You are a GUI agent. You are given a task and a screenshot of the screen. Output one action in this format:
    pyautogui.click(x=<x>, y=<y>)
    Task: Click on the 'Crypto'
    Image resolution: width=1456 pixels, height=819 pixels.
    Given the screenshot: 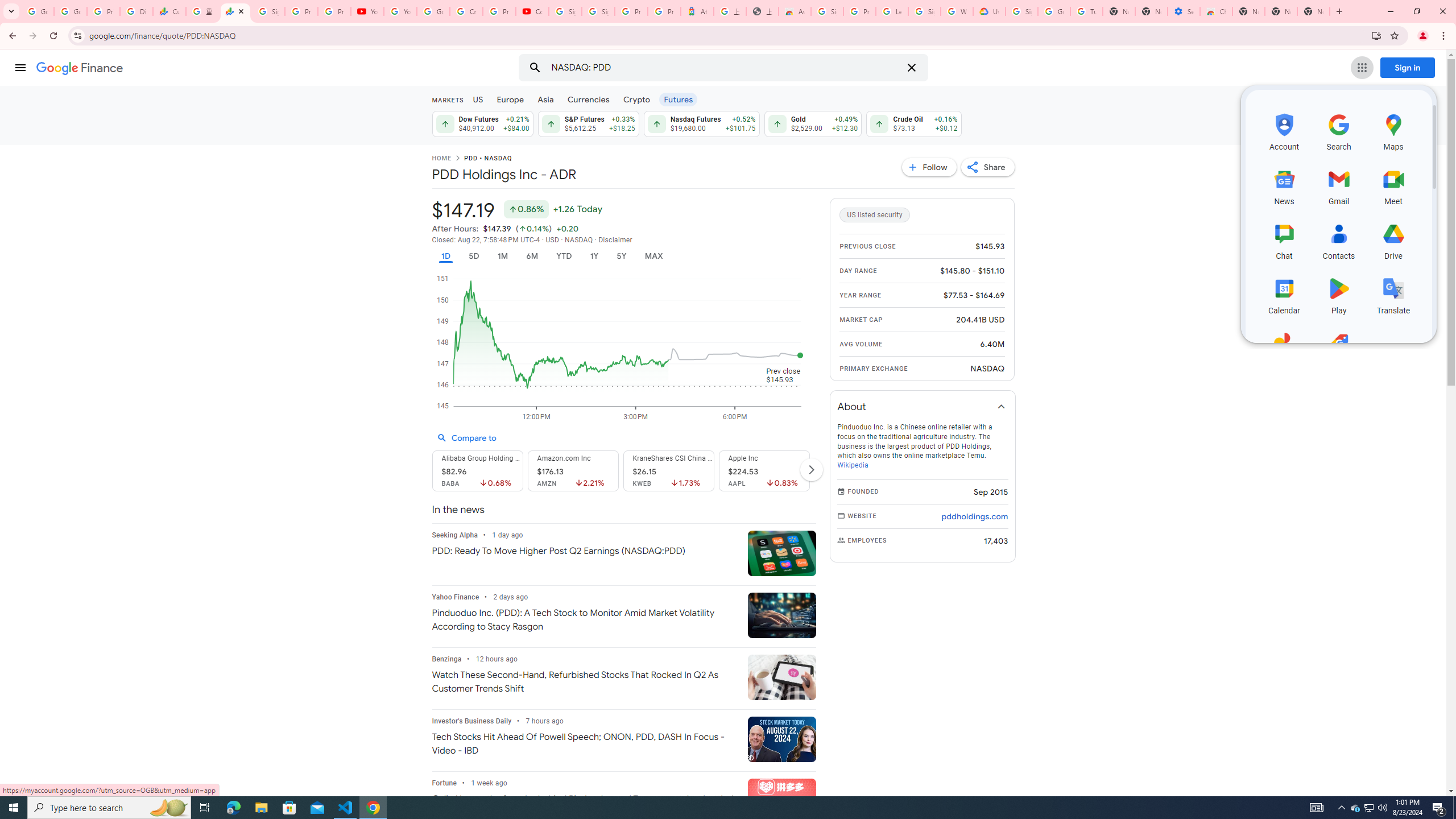 What is the action you would take?
    pyautogui.click(x=637, y=98)
    